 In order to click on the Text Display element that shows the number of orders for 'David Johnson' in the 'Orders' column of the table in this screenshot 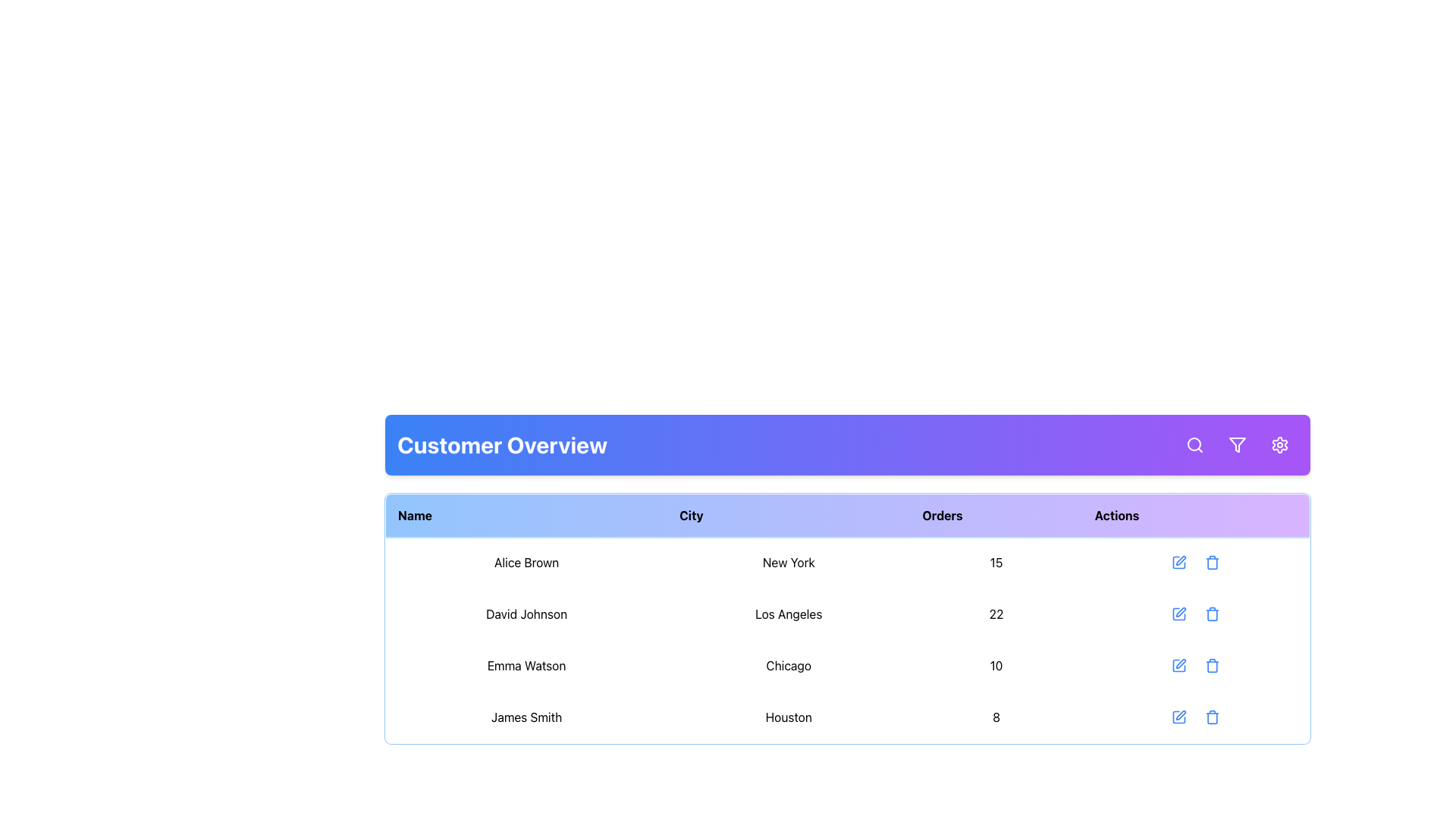, I will do `click(996, 614)`.